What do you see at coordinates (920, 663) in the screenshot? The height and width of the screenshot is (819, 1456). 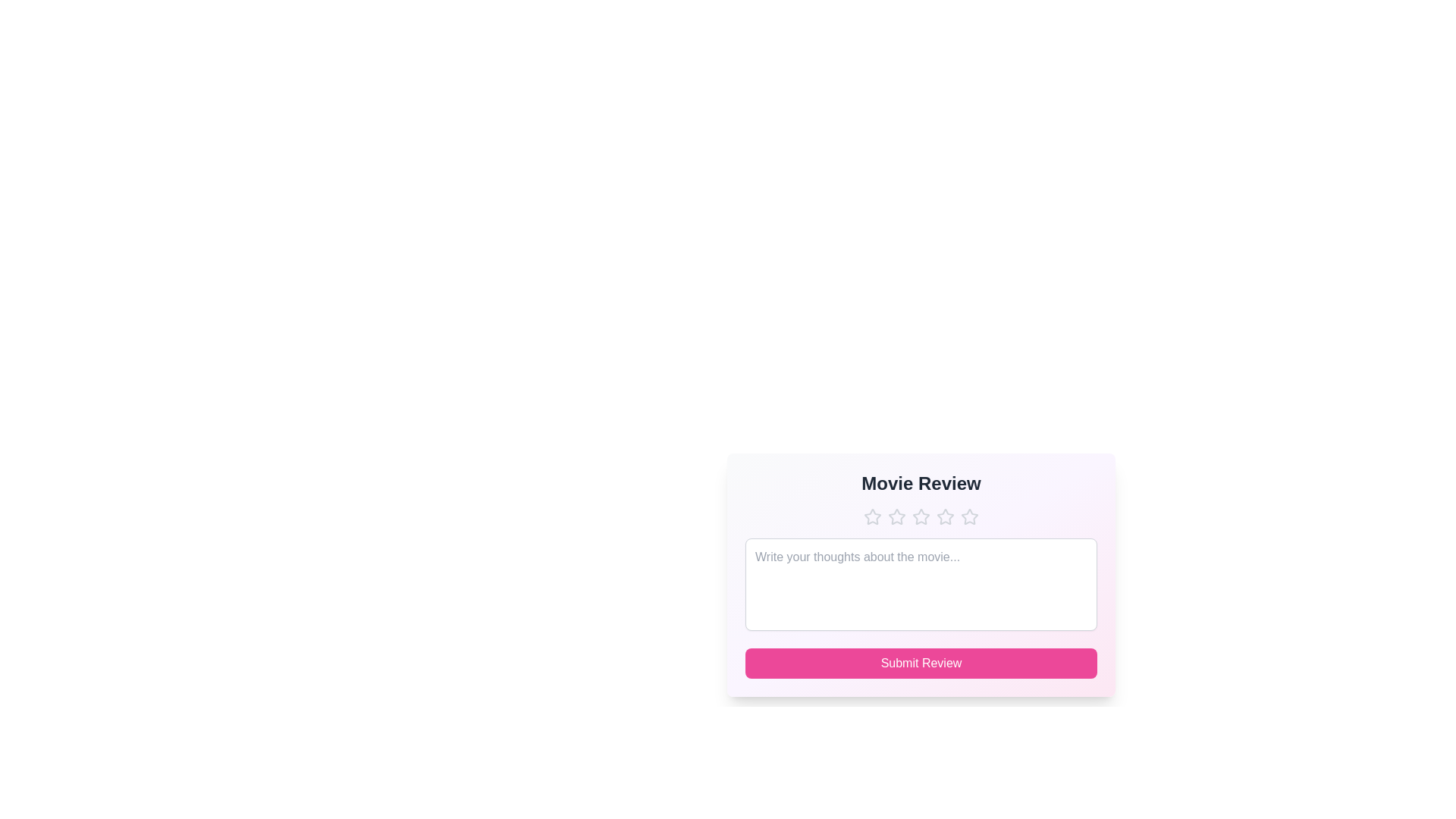 I see `the 'Submit Review' button to submit the review` at bounding box center [920, 663].